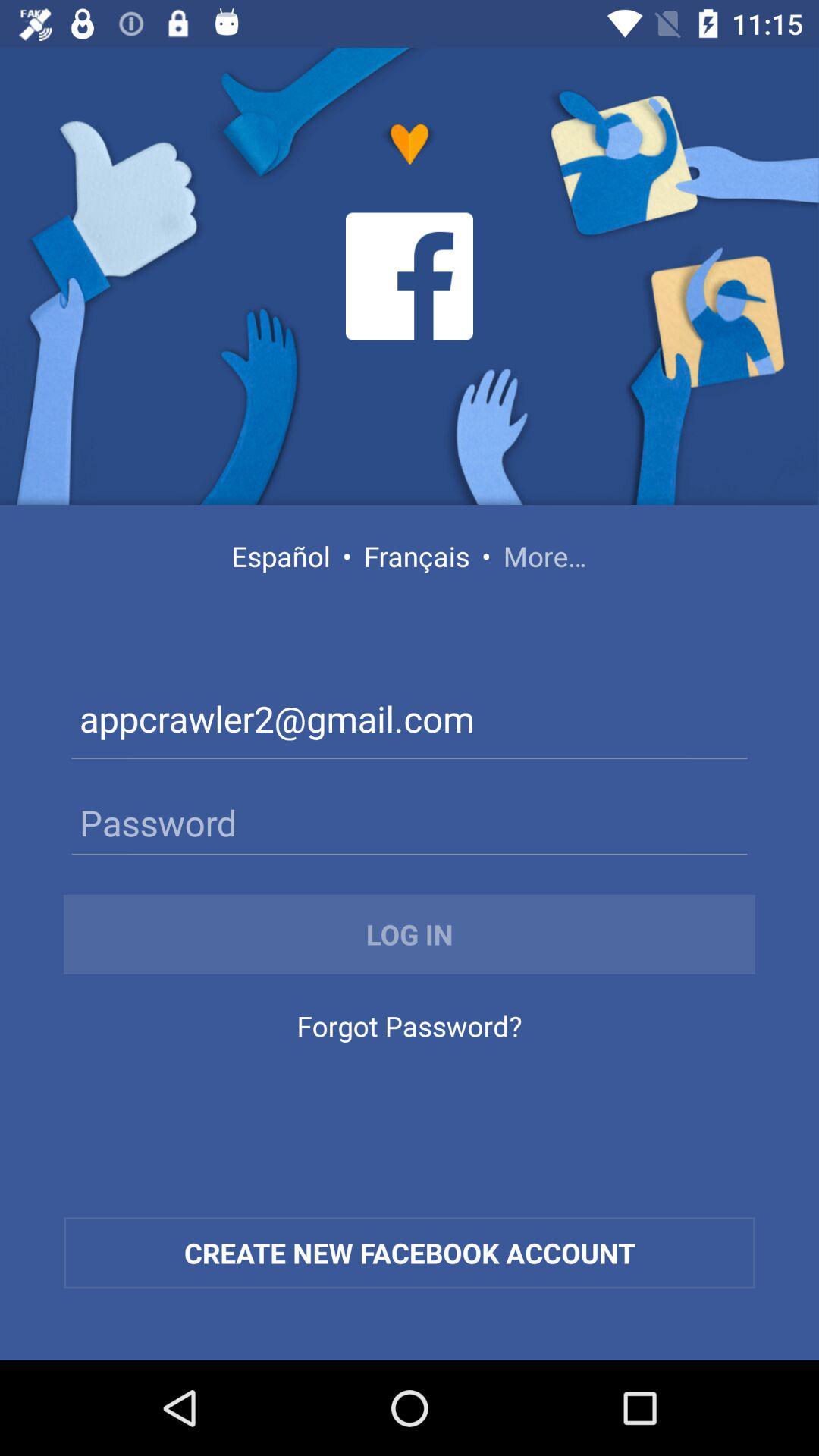 The height and width of the screenshot is (1456, 819). What do you see at coordinates (409, 934) in the screenshot?
I see `the log in icon` at bounding box center [409, 934].